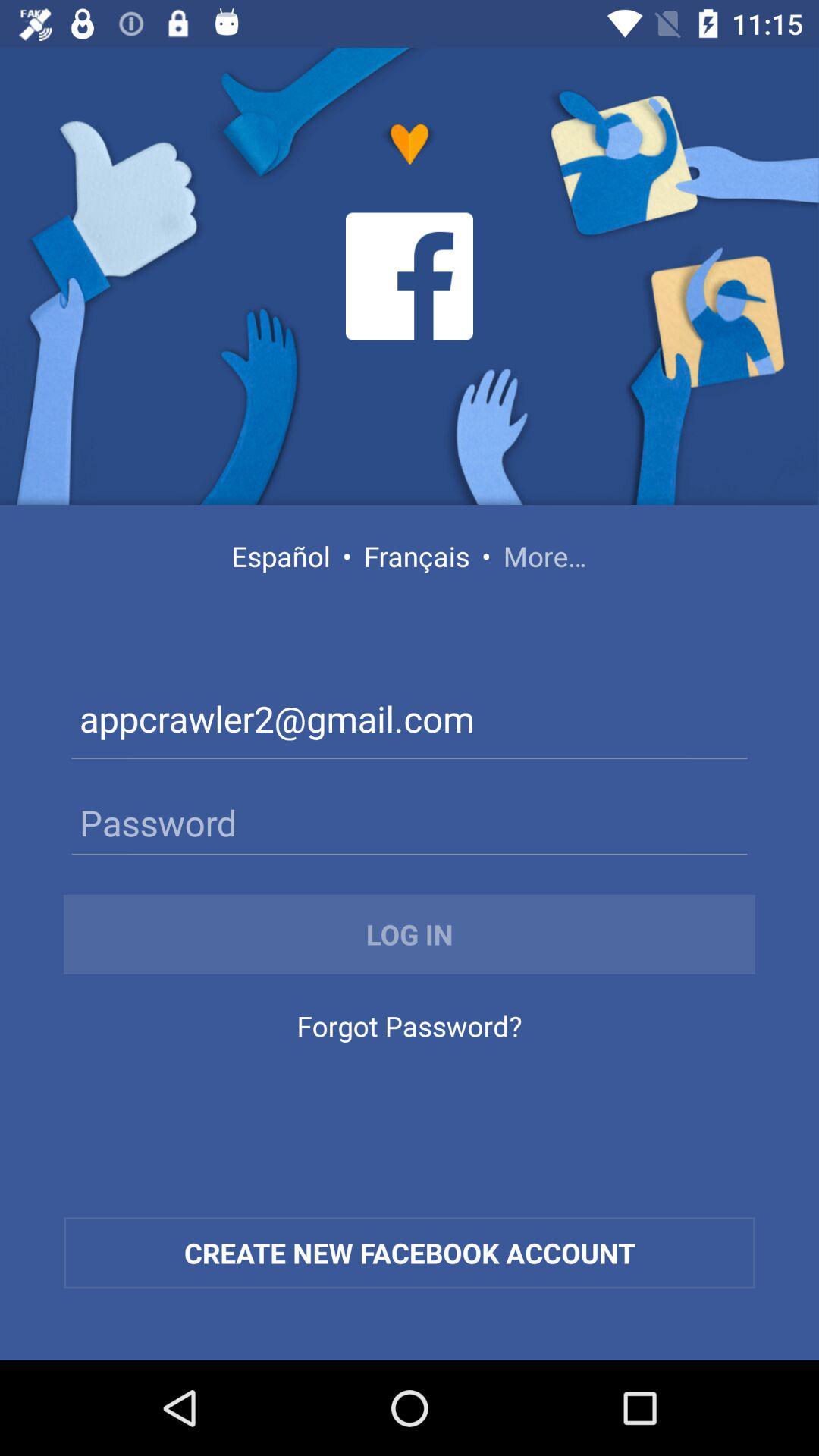 The height and width of the screenshot is (1456, 819). What do you see at coordinates (409, 934) in the screenshot?
I see `the log in icon` at bounding box center [409, 934].